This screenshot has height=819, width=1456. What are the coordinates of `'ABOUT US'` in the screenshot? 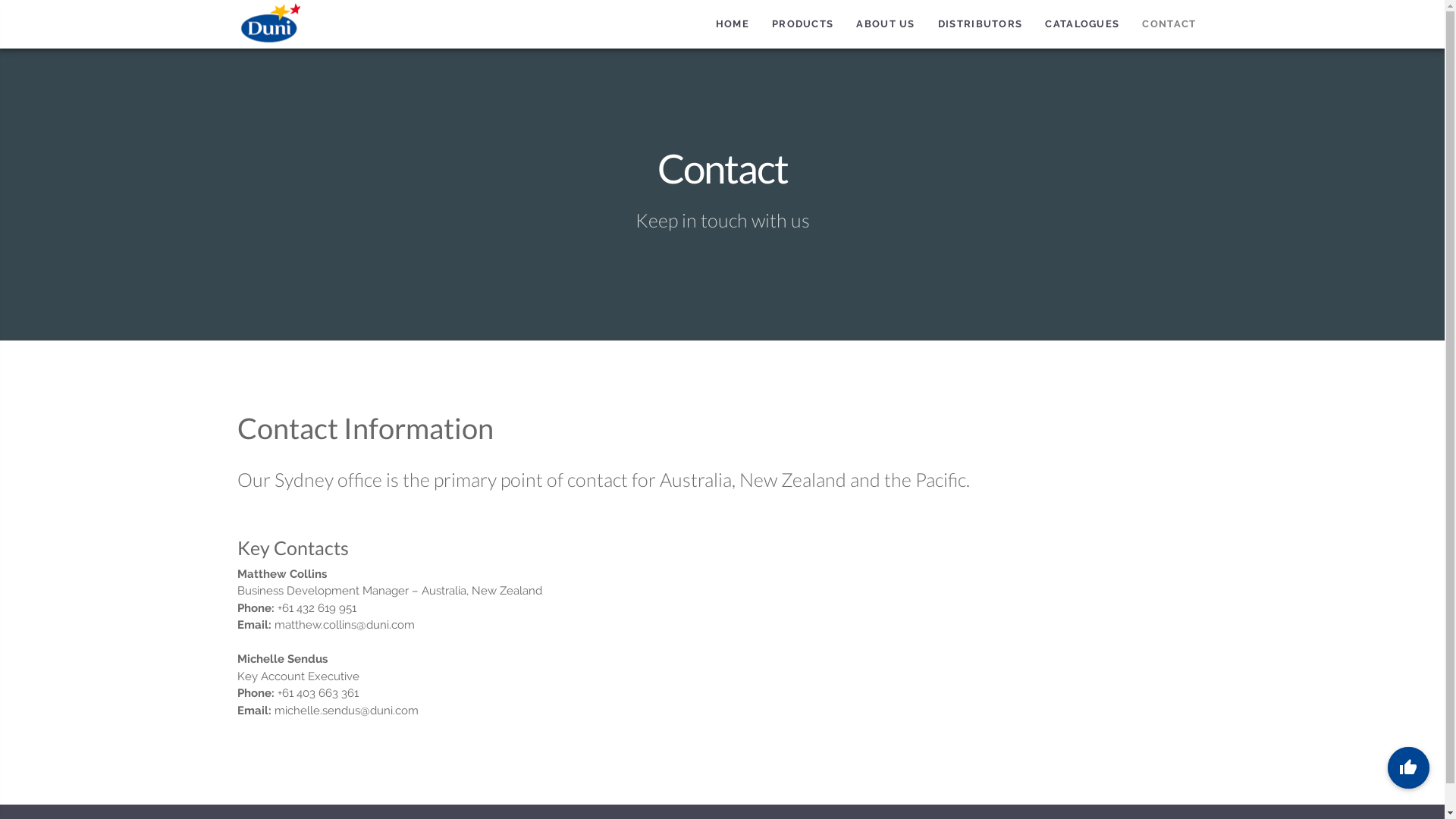 It's located at (885, 24).